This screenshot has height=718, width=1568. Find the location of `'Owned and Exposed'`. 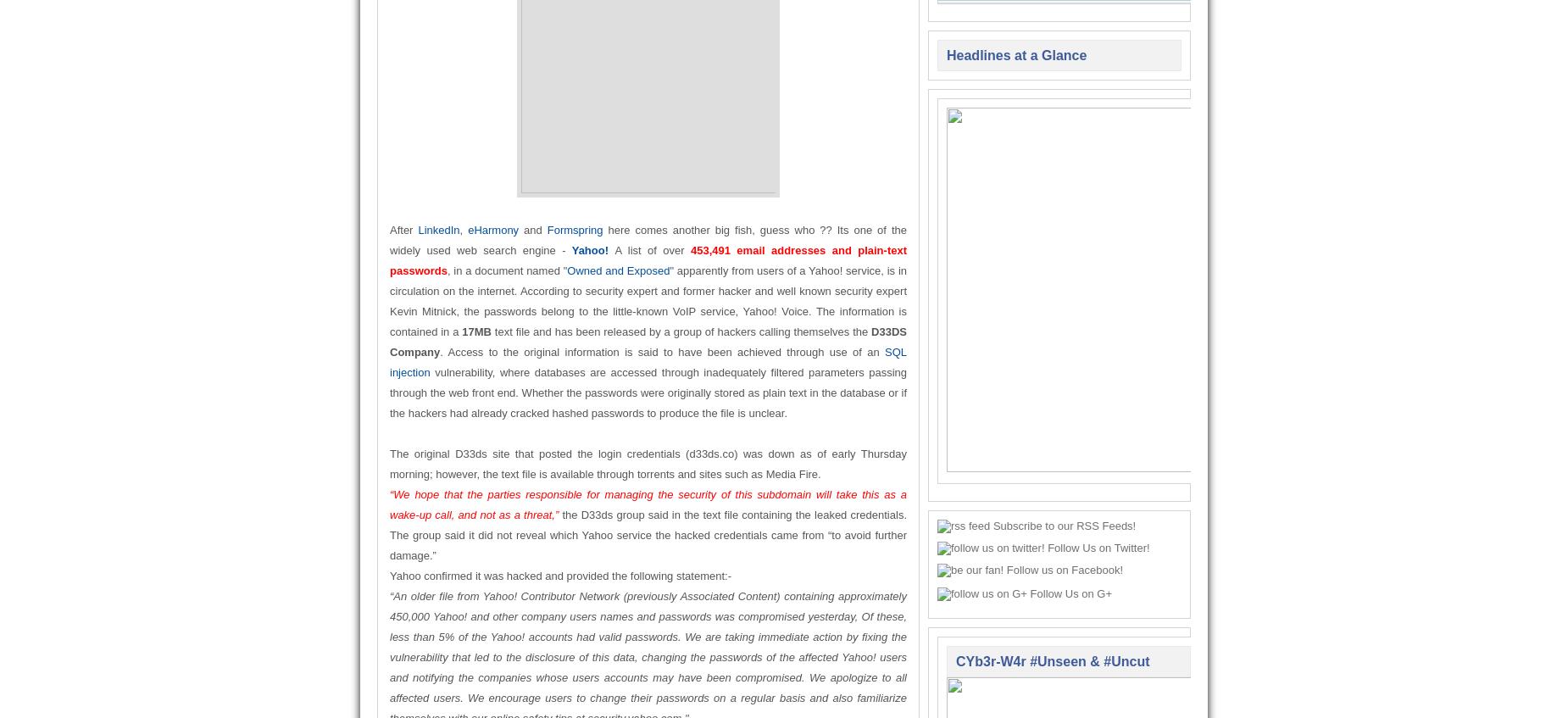

'Owned and Exposed' is located at coordinates (618, 270).